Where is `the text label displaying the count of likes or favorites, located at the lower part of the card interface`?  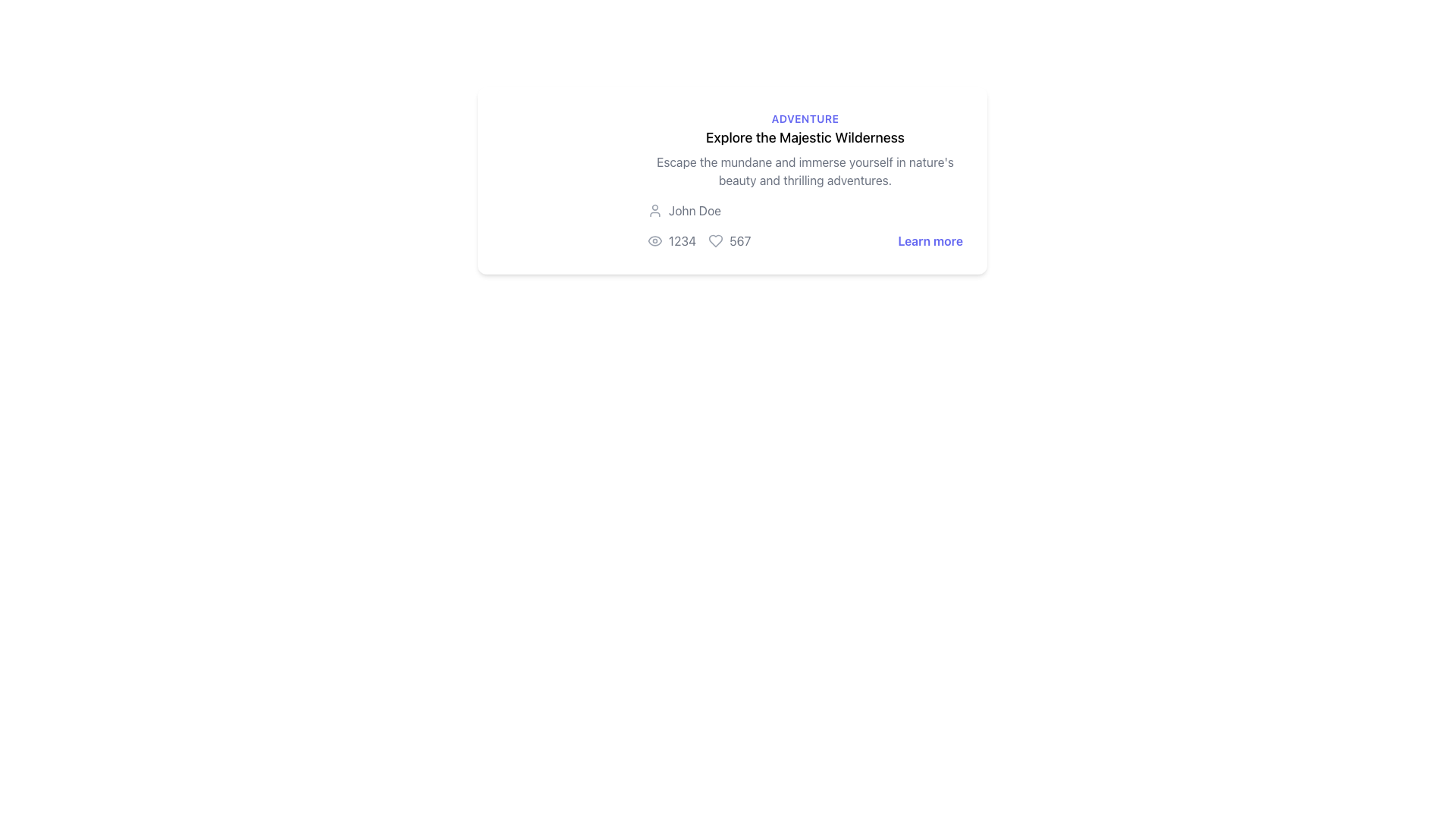 the text label displaying the count of likes or favorites, located at the lower part of the card interface is located at coordinates (730, 240).